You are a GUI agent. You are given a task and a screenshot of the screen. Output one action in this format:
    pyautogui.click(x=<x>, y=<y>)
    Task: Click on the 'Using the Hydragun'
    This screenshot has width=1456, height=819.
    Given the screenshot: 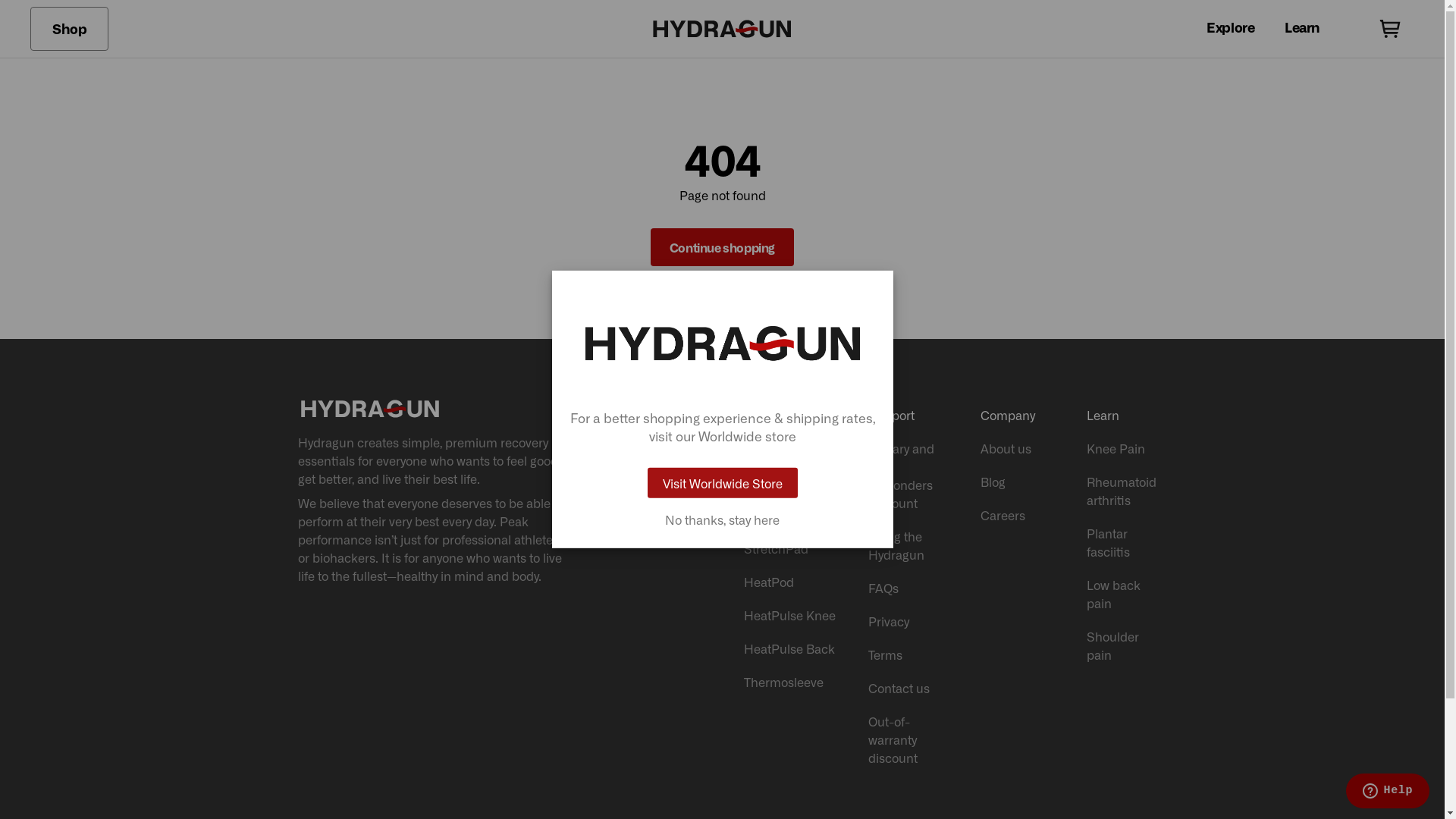 What is the action you would take?
    pyautogui.click(x=908, y=544)
    